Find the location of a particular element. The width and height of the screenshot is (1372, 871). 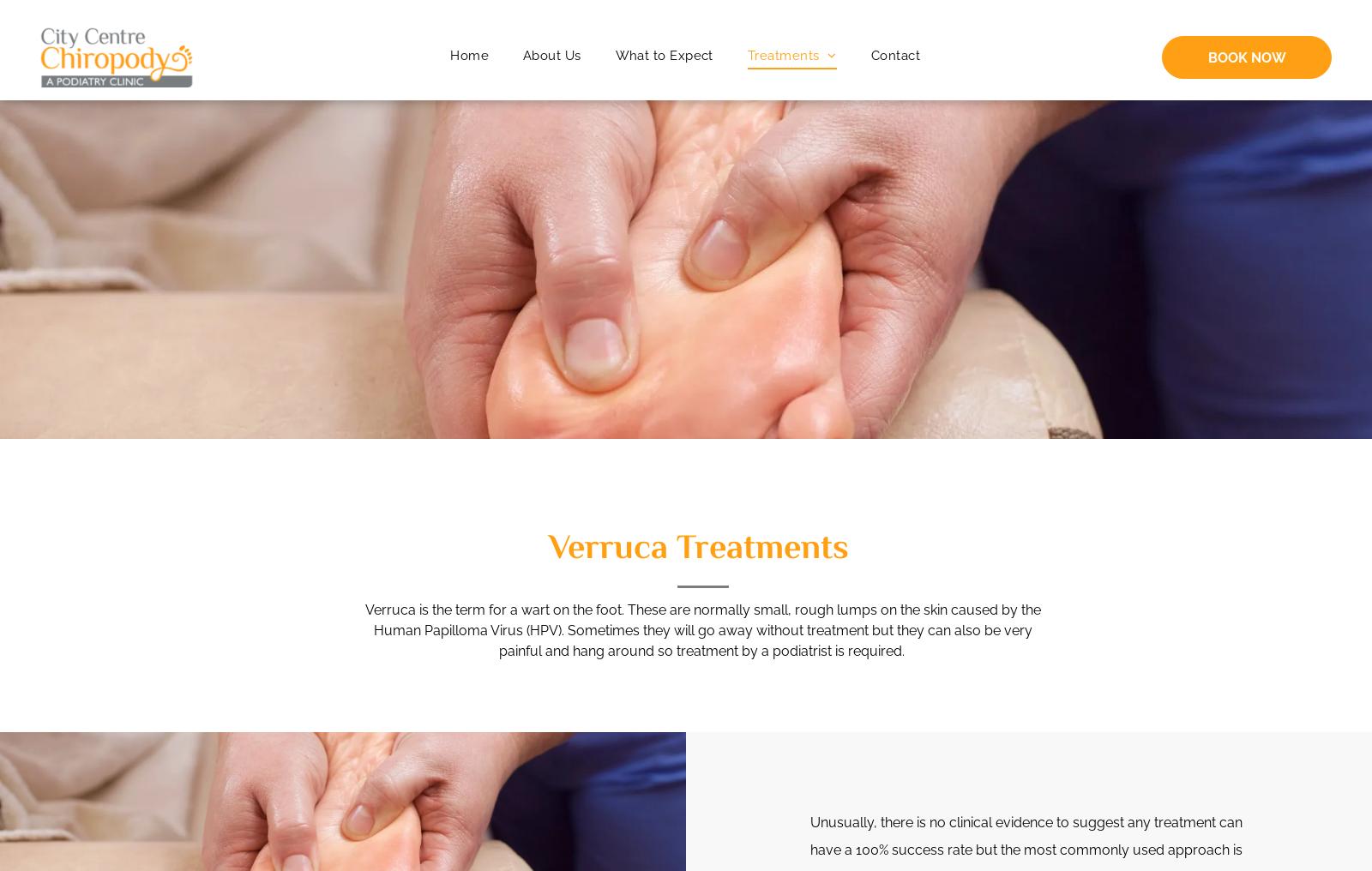

'About Us' is located at coordinates (551, 55).